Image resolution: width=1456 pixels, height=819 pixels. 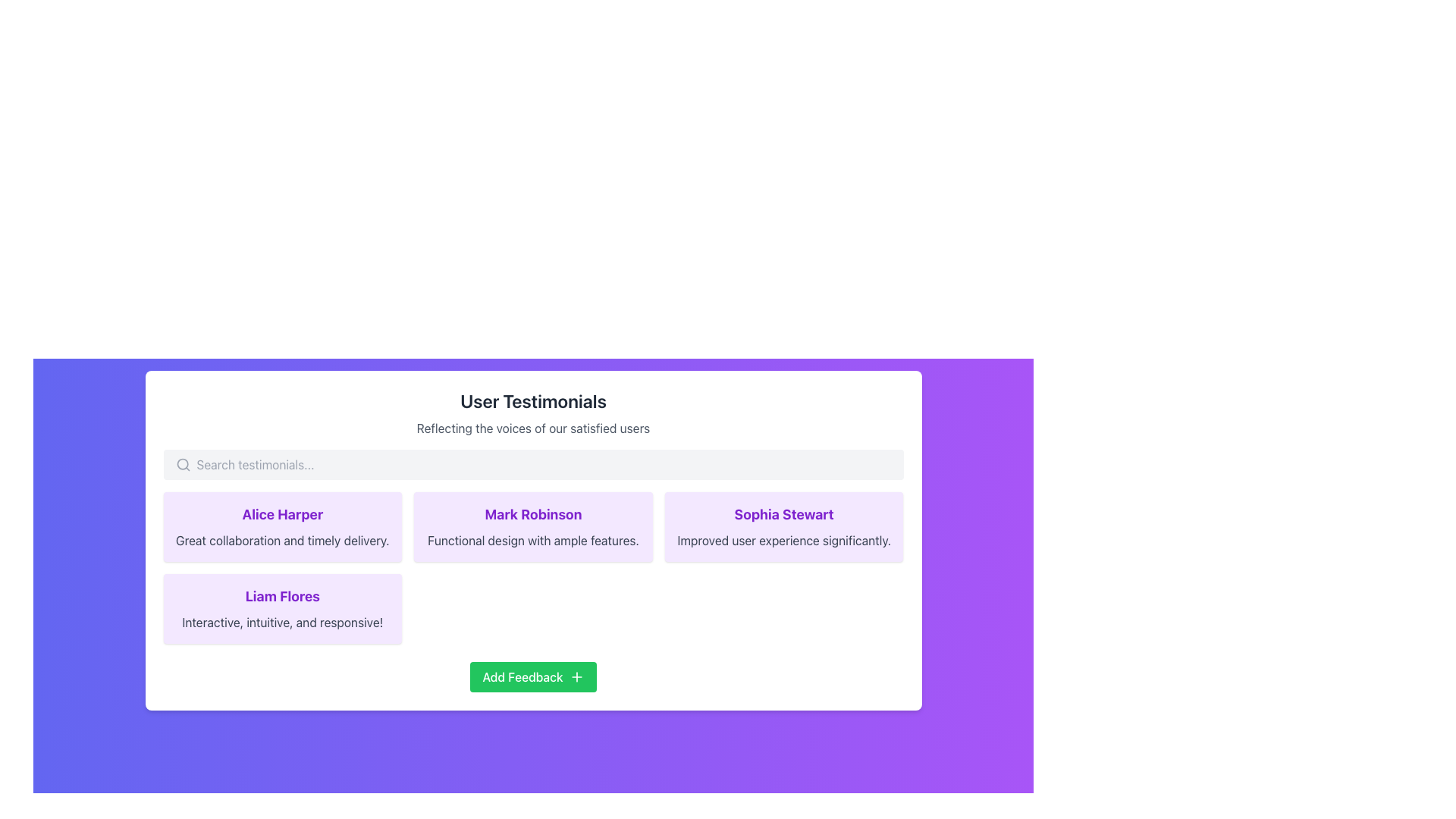 I want to click on the text display element that shows 'Reflecting the voices of our satisfied users', located beneath the 'User Testimonials' heading, so click(x=533, y=428).